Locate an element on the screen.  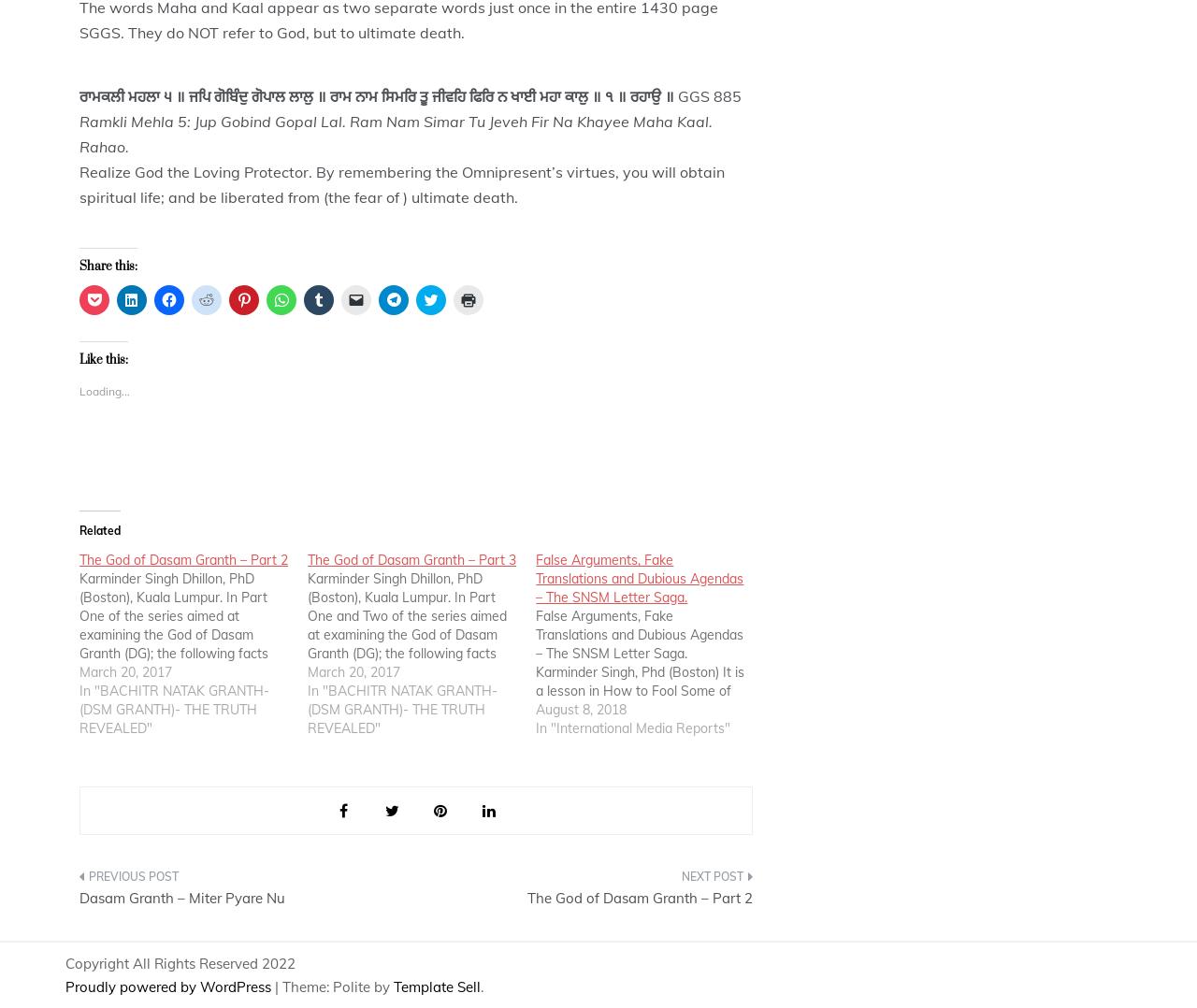
'|' is located at coordinates (274, 986).